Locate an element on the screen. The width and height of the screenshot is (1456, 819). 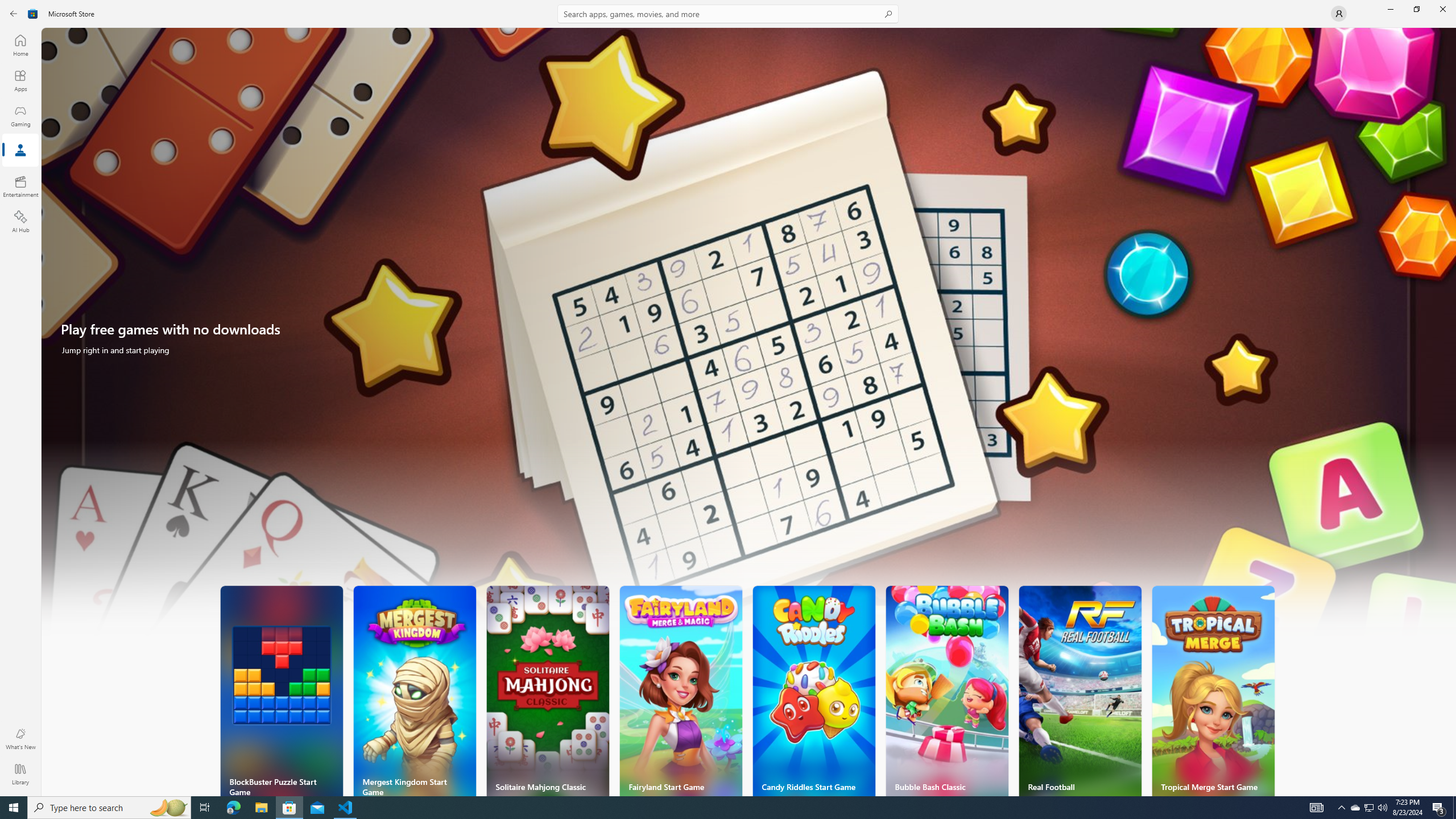
'Entertainment' is located at coordinates (19, 185).